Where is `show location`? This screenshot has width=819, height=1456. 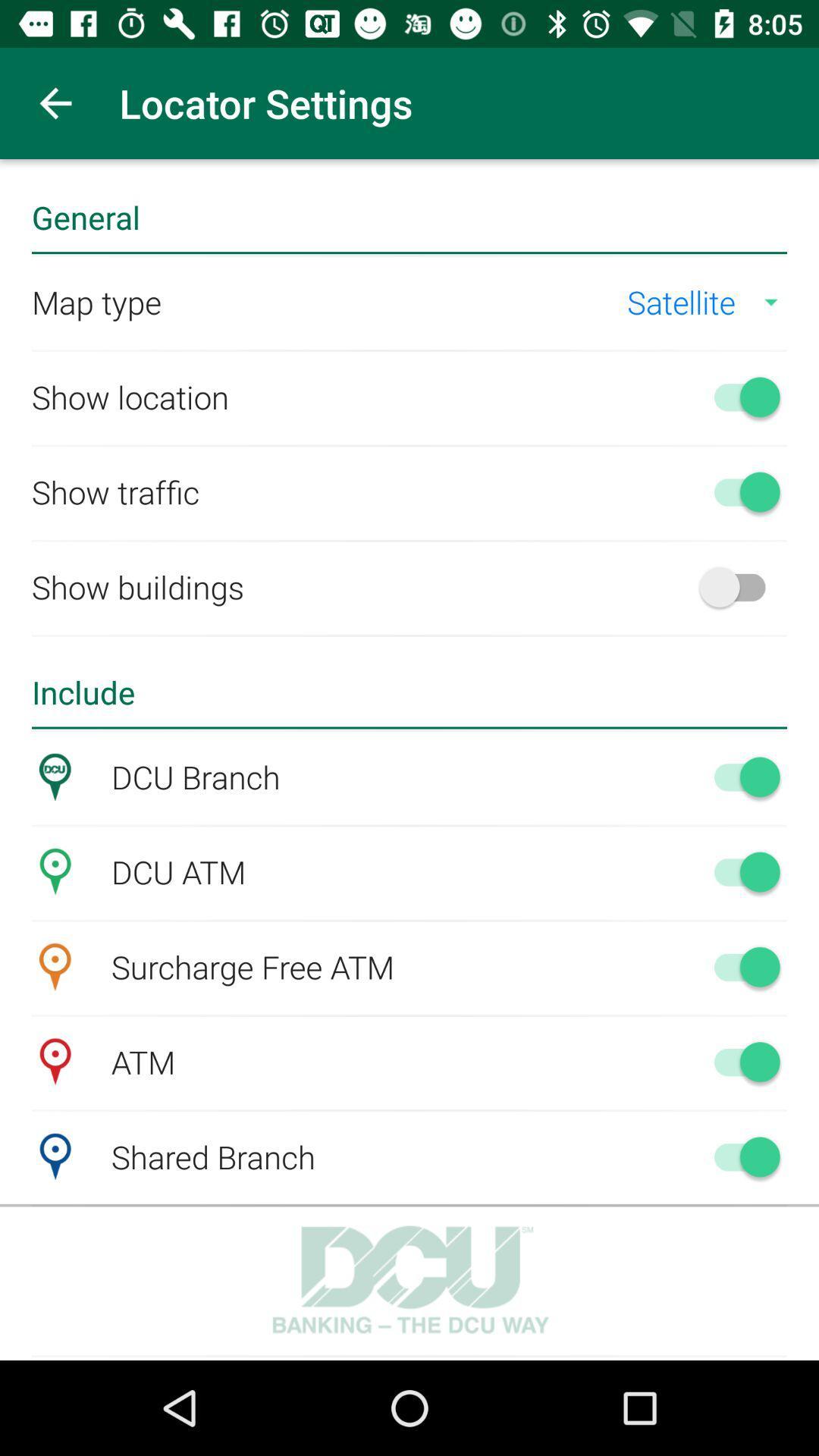 show location is located at coordinates (739, 397).